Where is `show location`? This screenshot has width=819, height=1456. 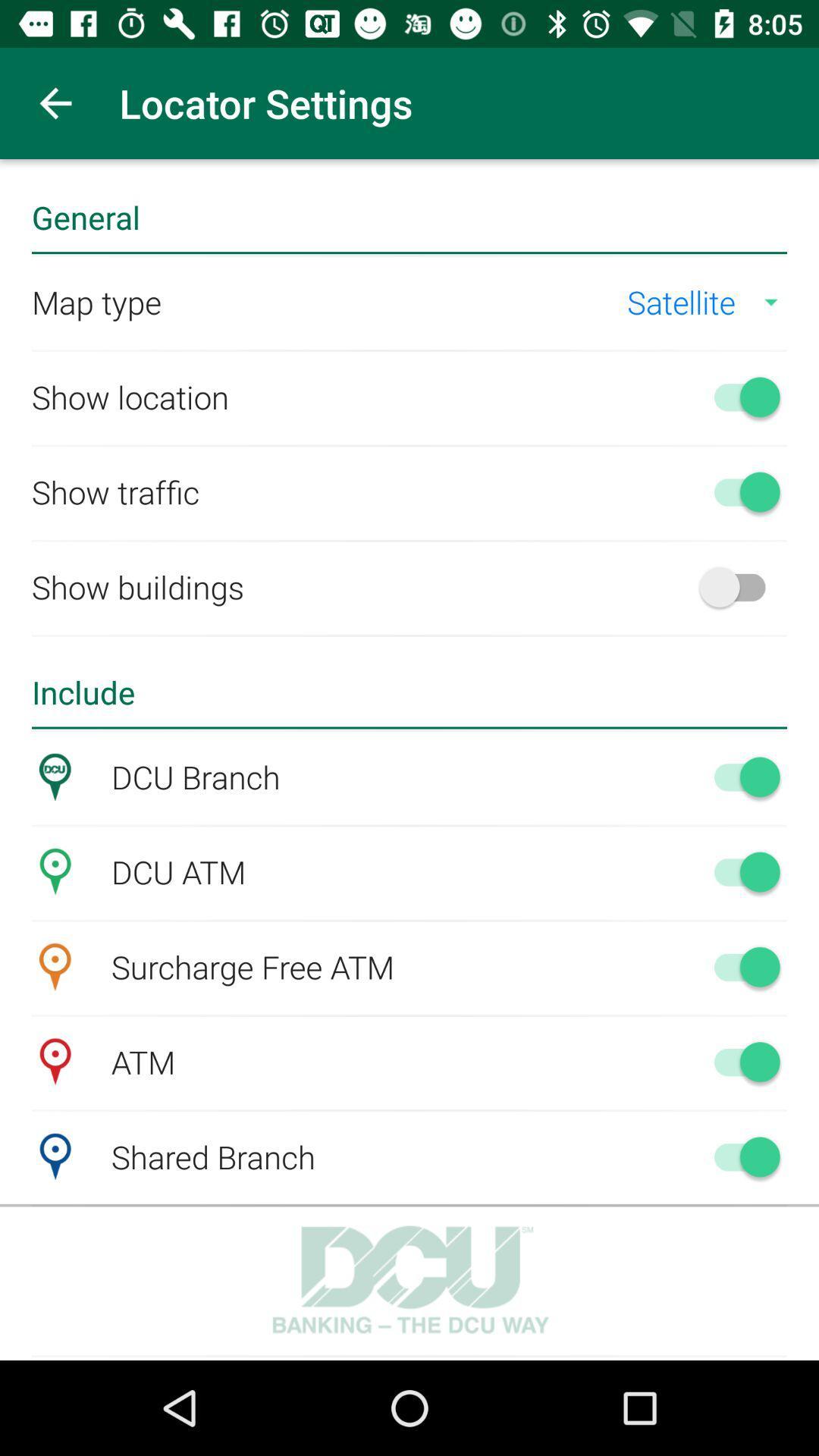 show location is located at coordinates (739, 397).